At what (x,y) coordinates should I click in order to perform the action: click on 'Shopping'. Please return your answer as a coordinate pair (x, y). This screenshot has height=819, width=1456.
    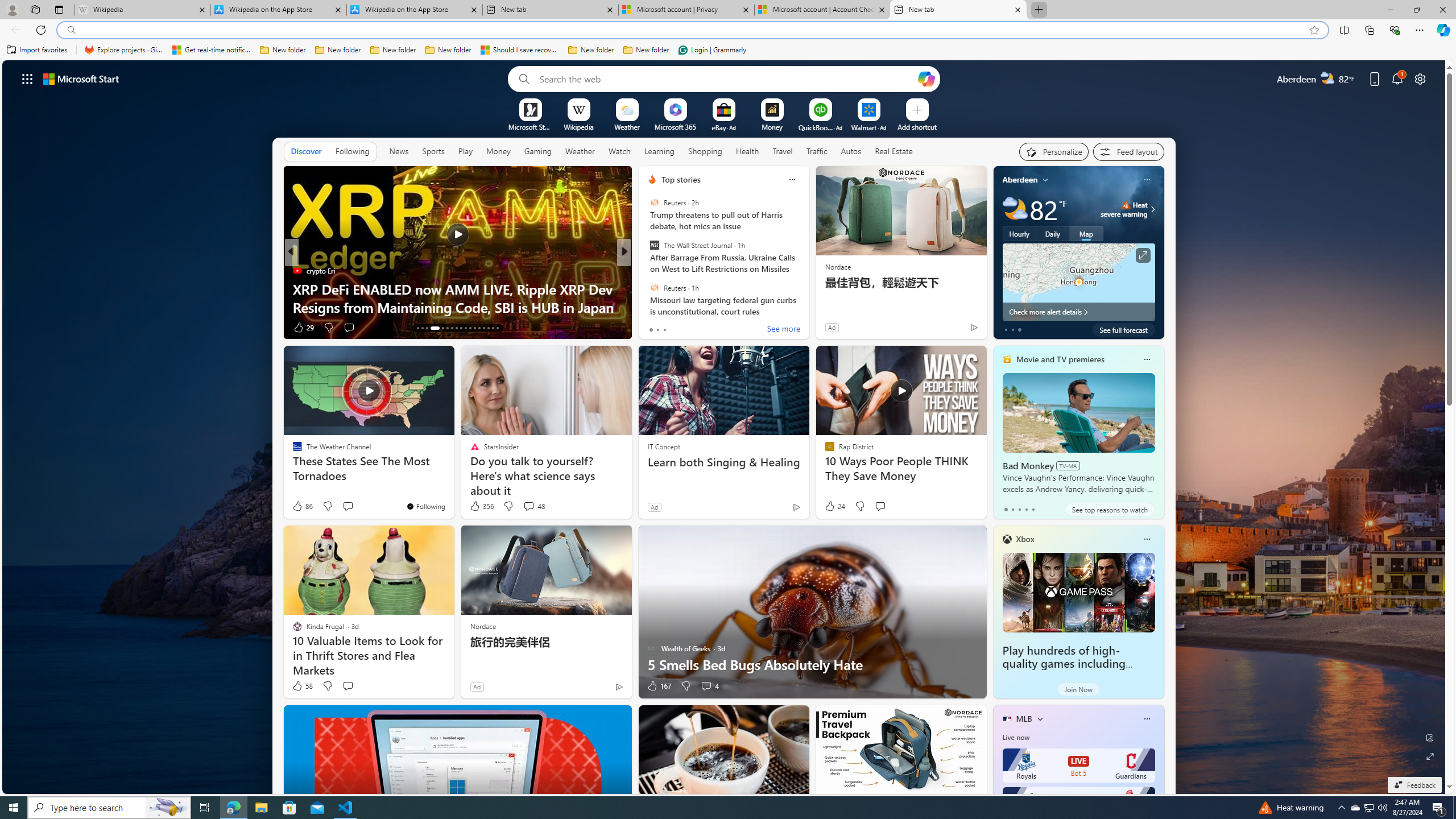
    Looking at the image, I should click on (705, 150).